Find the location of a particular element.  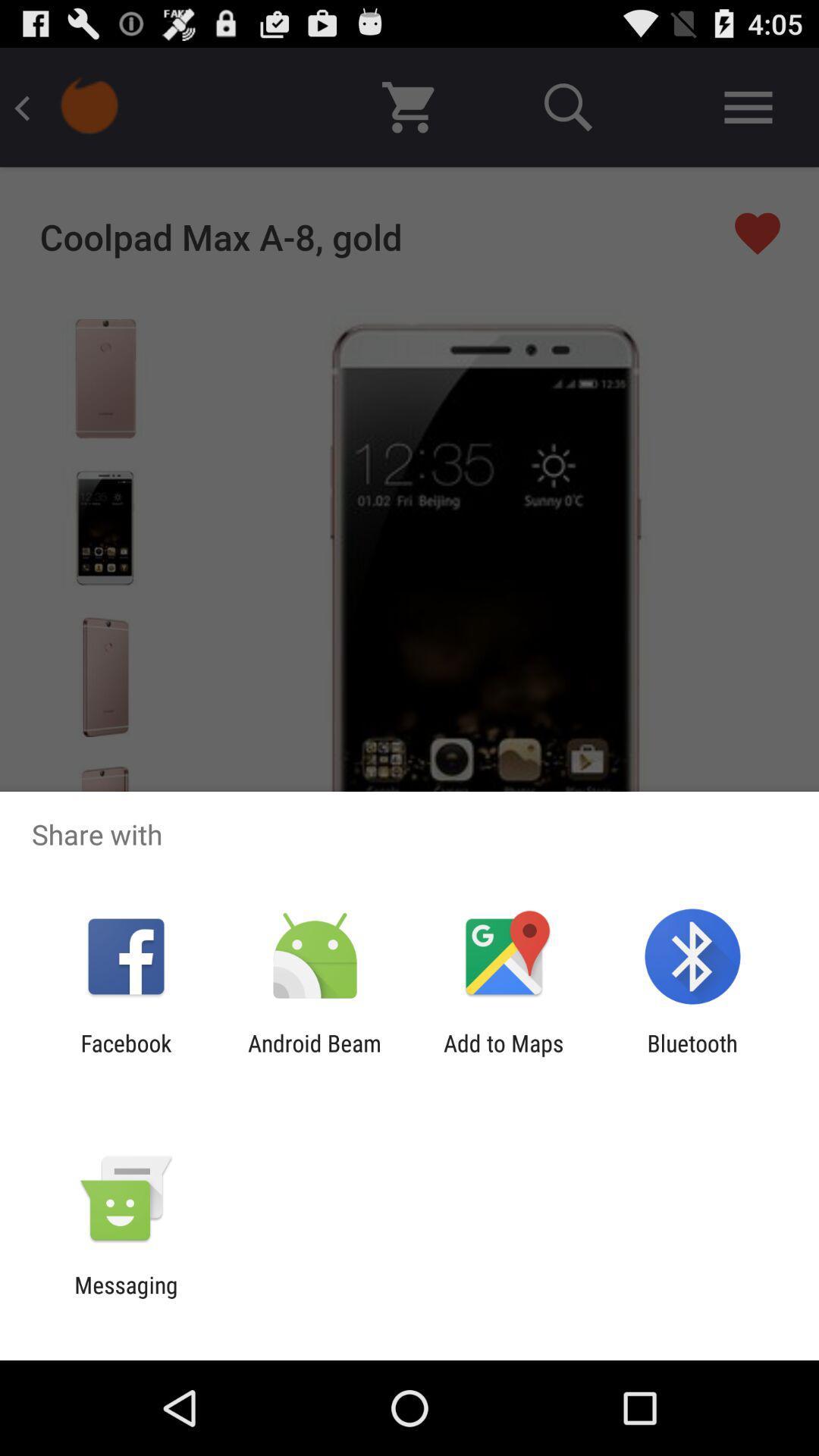

the icon to the left of android beam is located at coordinates (125, 1056).